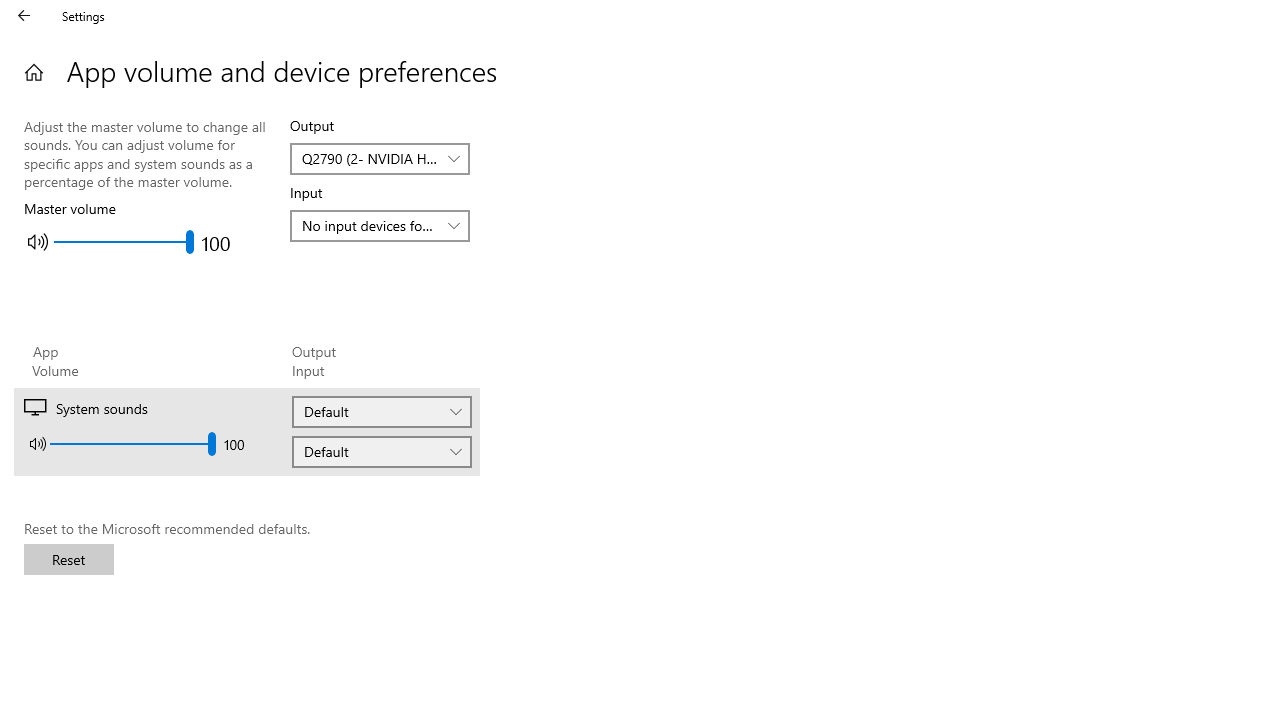  I want to click on 'Adjust the master output volume', so click(123, 240).